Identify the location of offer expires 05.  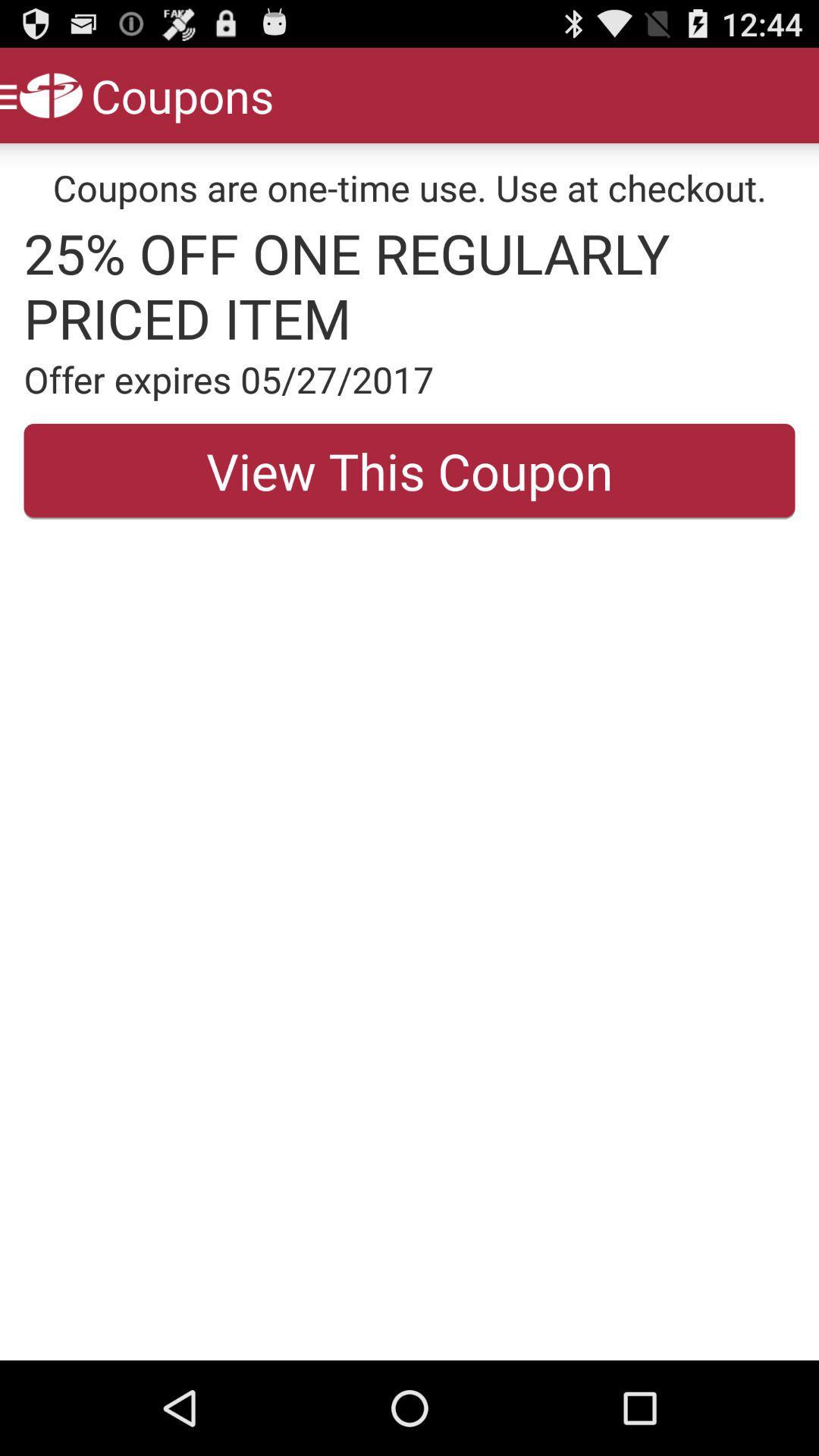
(409, 379).